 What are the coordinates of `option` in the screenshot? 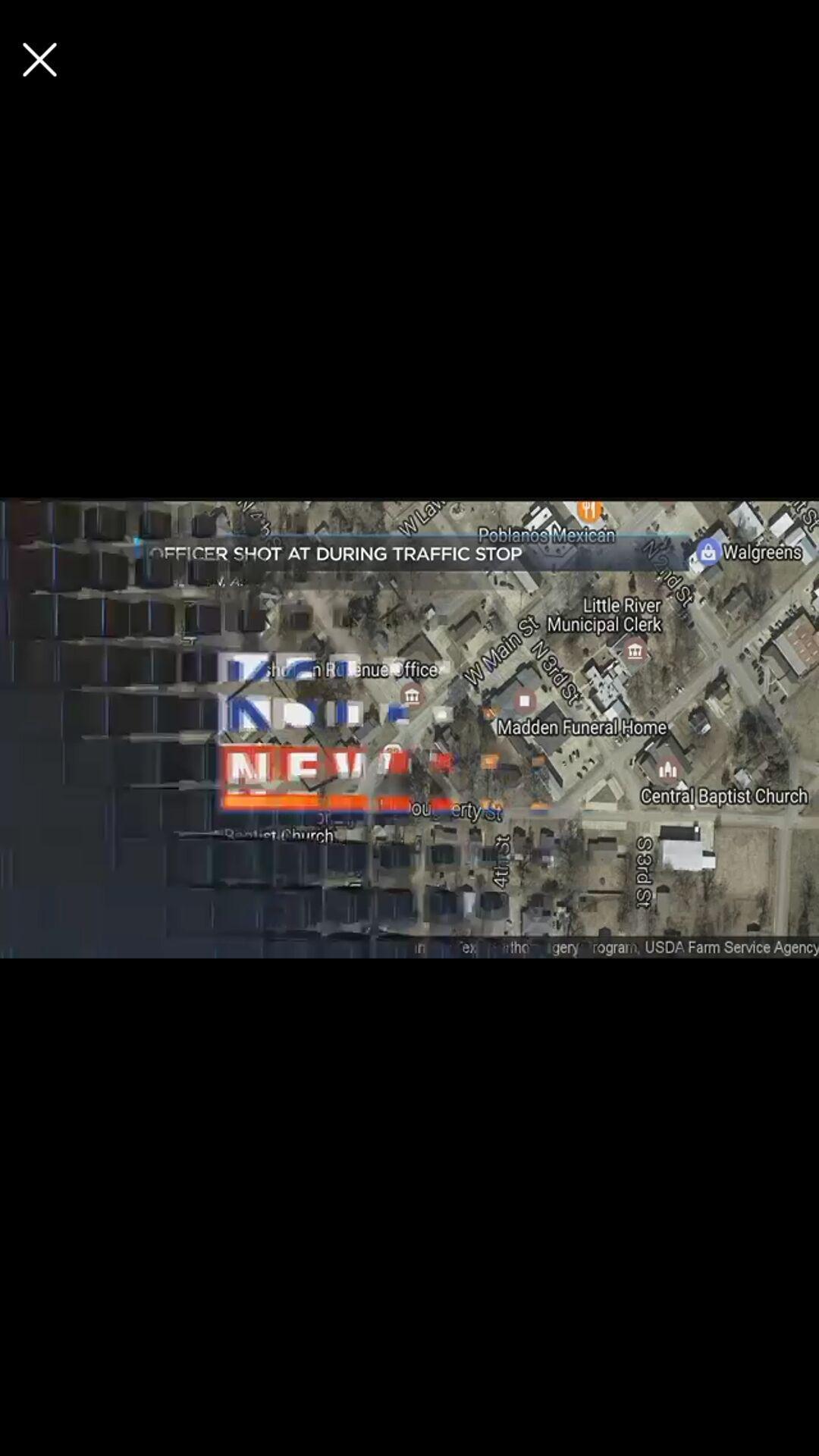 It's located at (39, 59).